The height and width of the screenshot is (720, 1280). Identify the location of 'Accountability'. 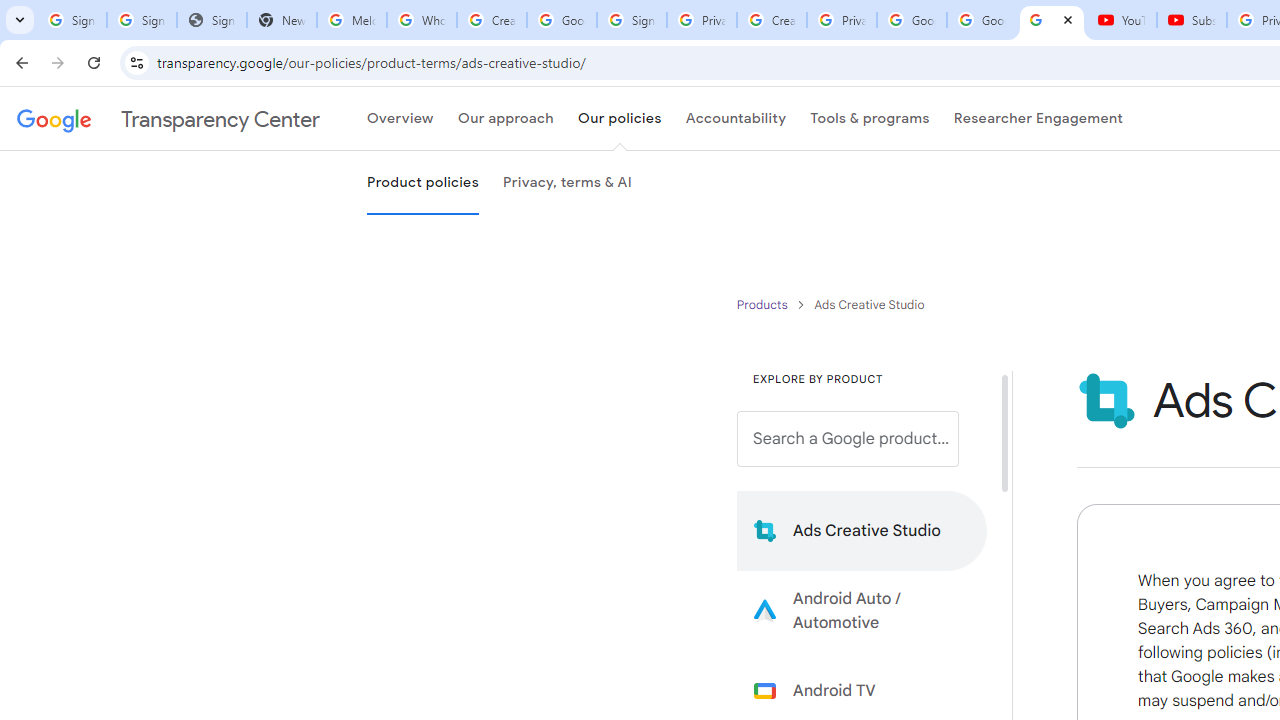
(735, 119).